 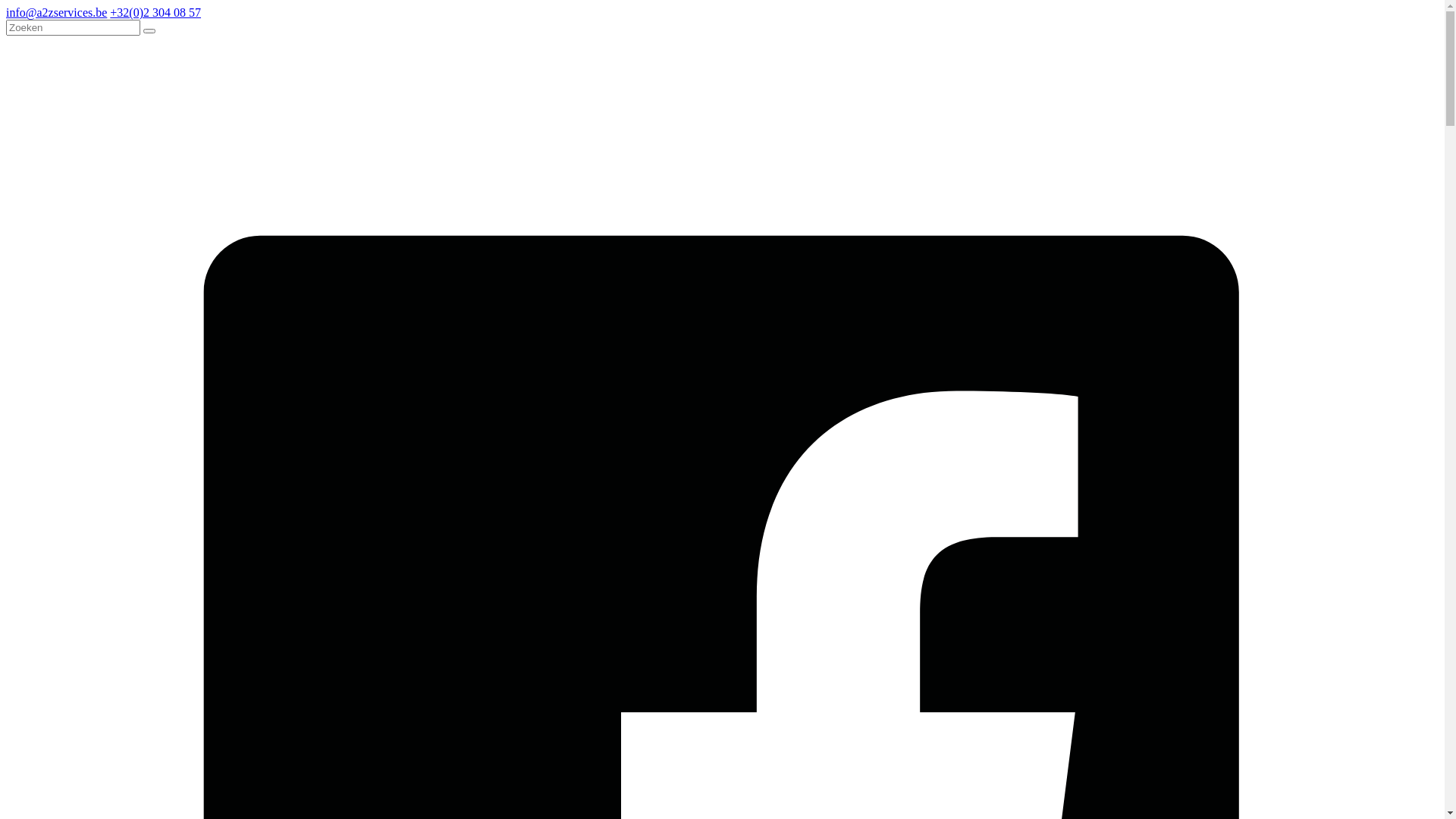 What do you see at coordinates (56, 12) in the screenshot?
I see `'info@a2zservices.be'` at bounding box center [56, 12].